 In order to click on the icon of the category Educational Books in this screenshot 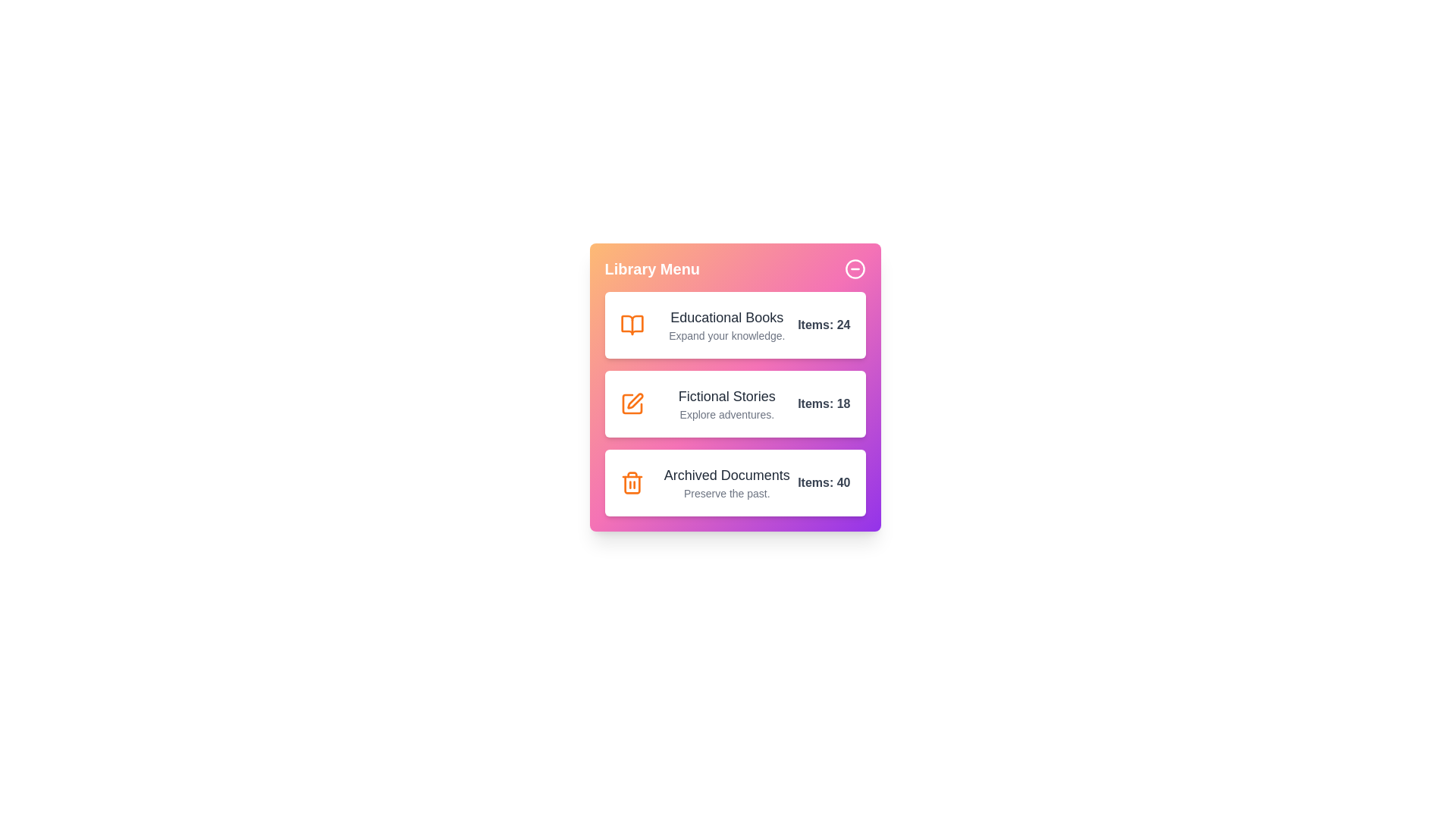, I will do `click(632, 324)`.